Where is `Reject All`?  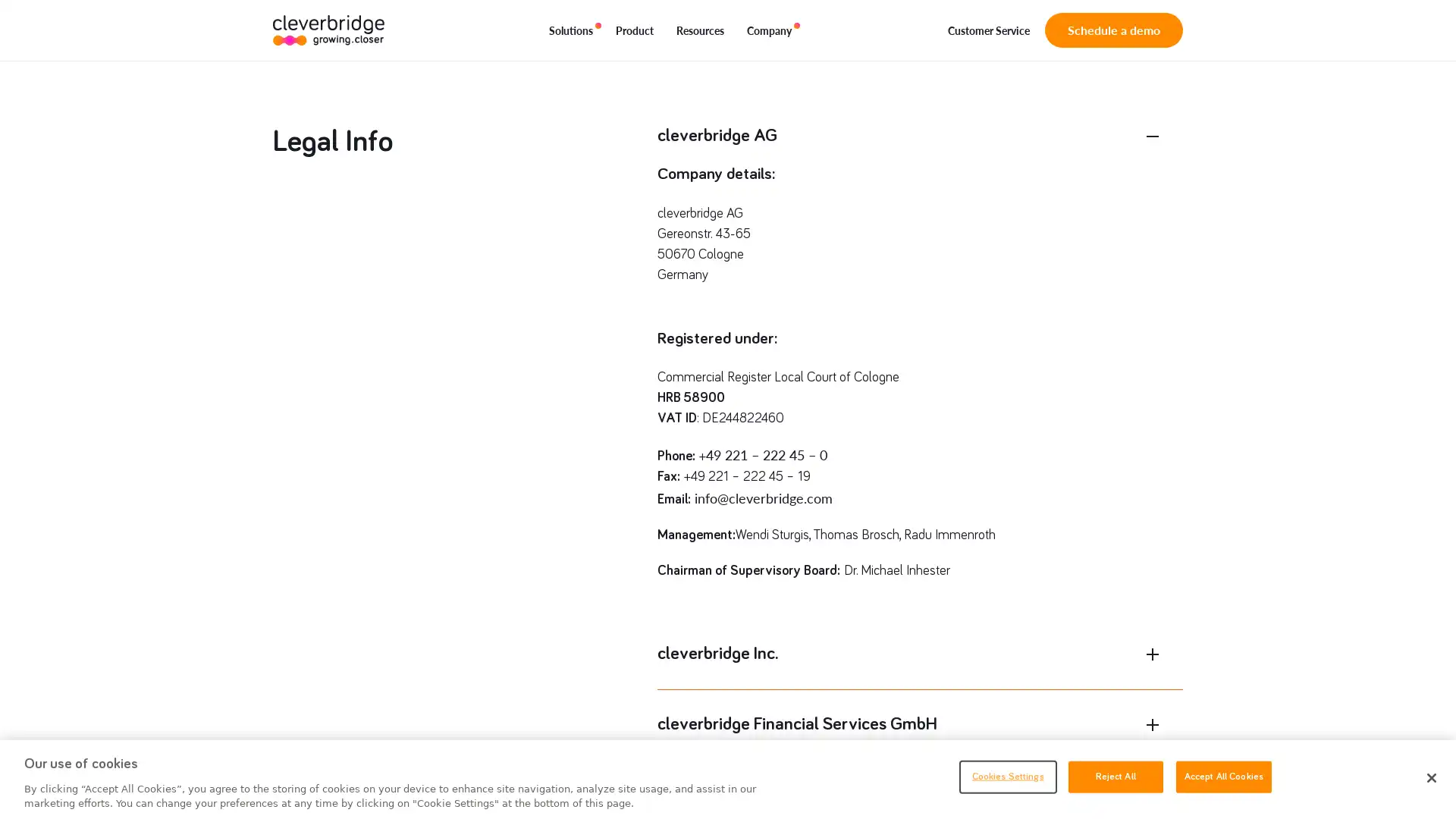 Reject All is located at coordinates (1115, 776).